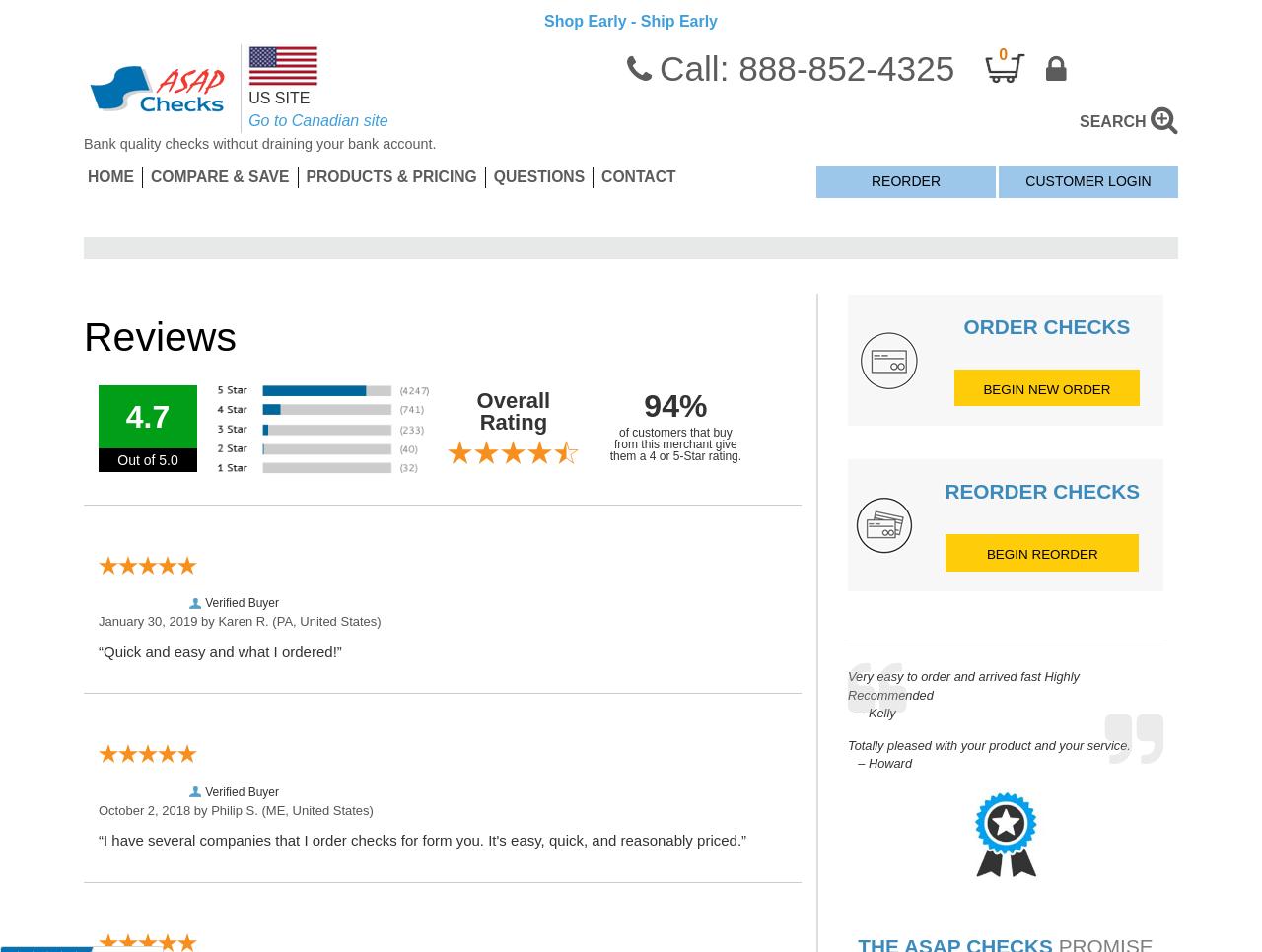 The height and width of the screenshot is (952, 1262). What do you see at coordinates (317, 119) in the screenshot?
I see `'Go to Canadian site'` at bounding box center [317, 119].